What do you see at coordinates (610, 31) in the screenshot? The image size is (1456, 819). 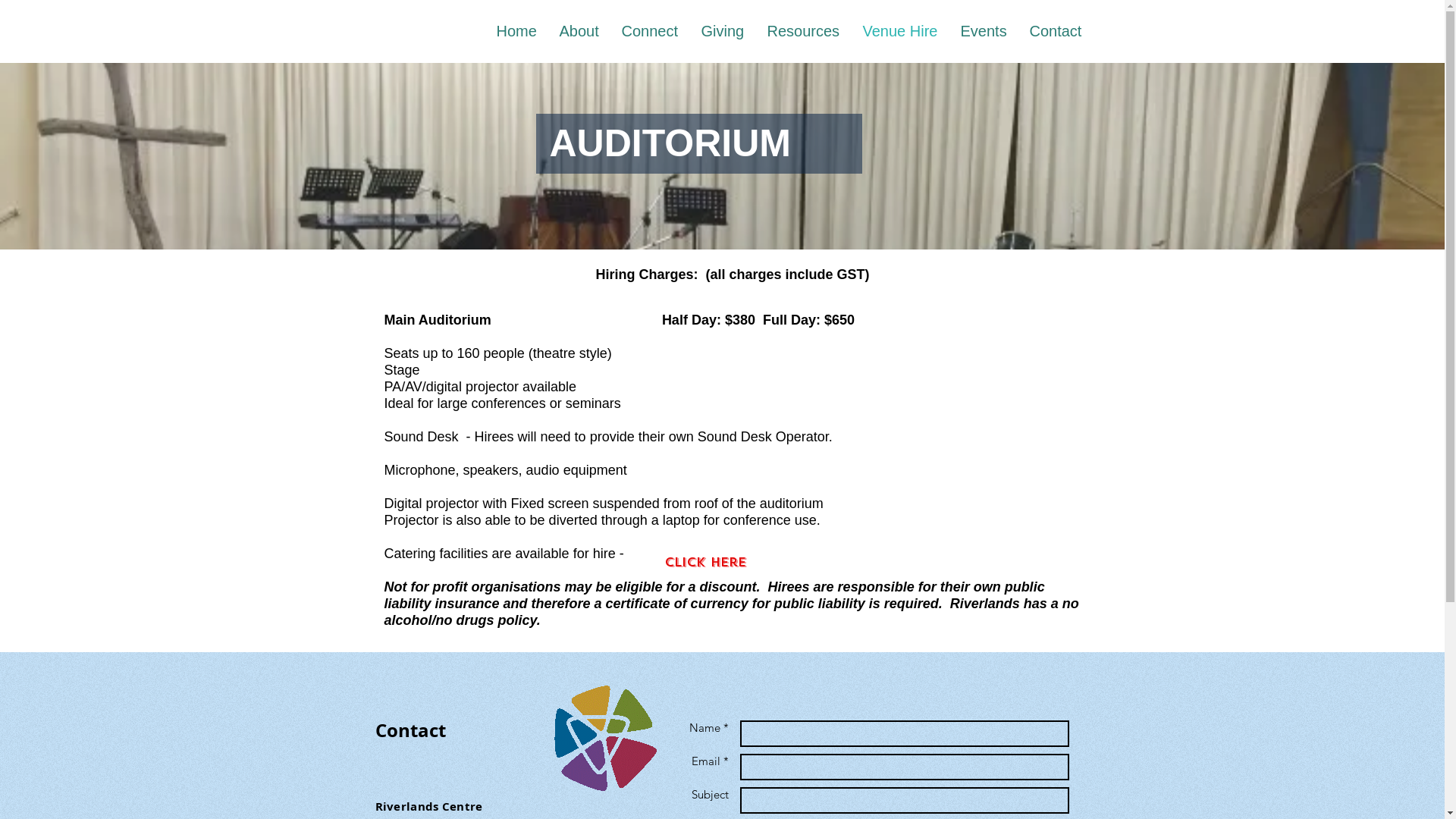 I see `'Connect'` at bounding box center [610, 31].